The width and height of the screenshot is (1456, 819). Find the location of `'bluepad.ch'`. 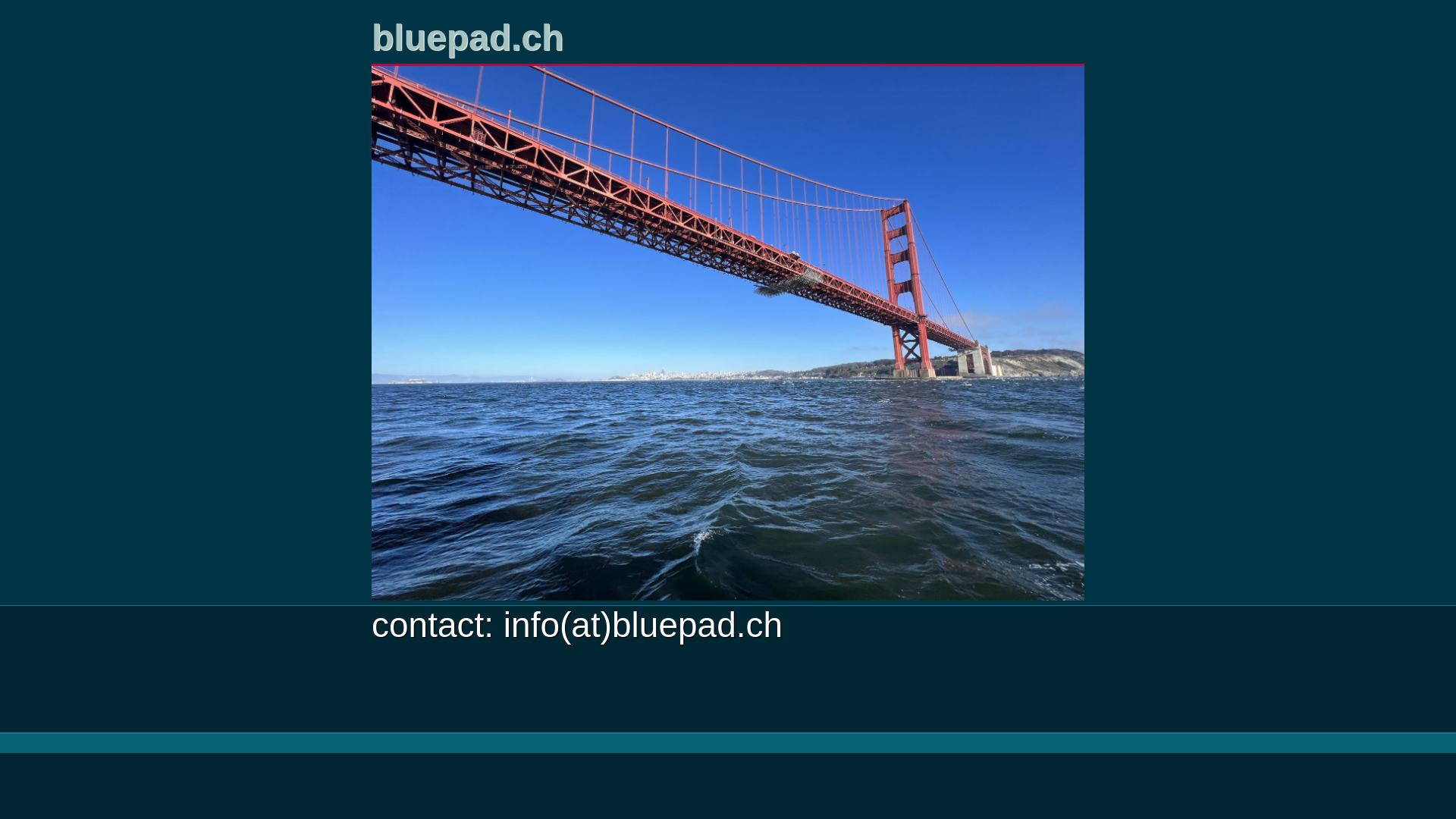

'bluepad.ch' is located at coordinates (476, 38).